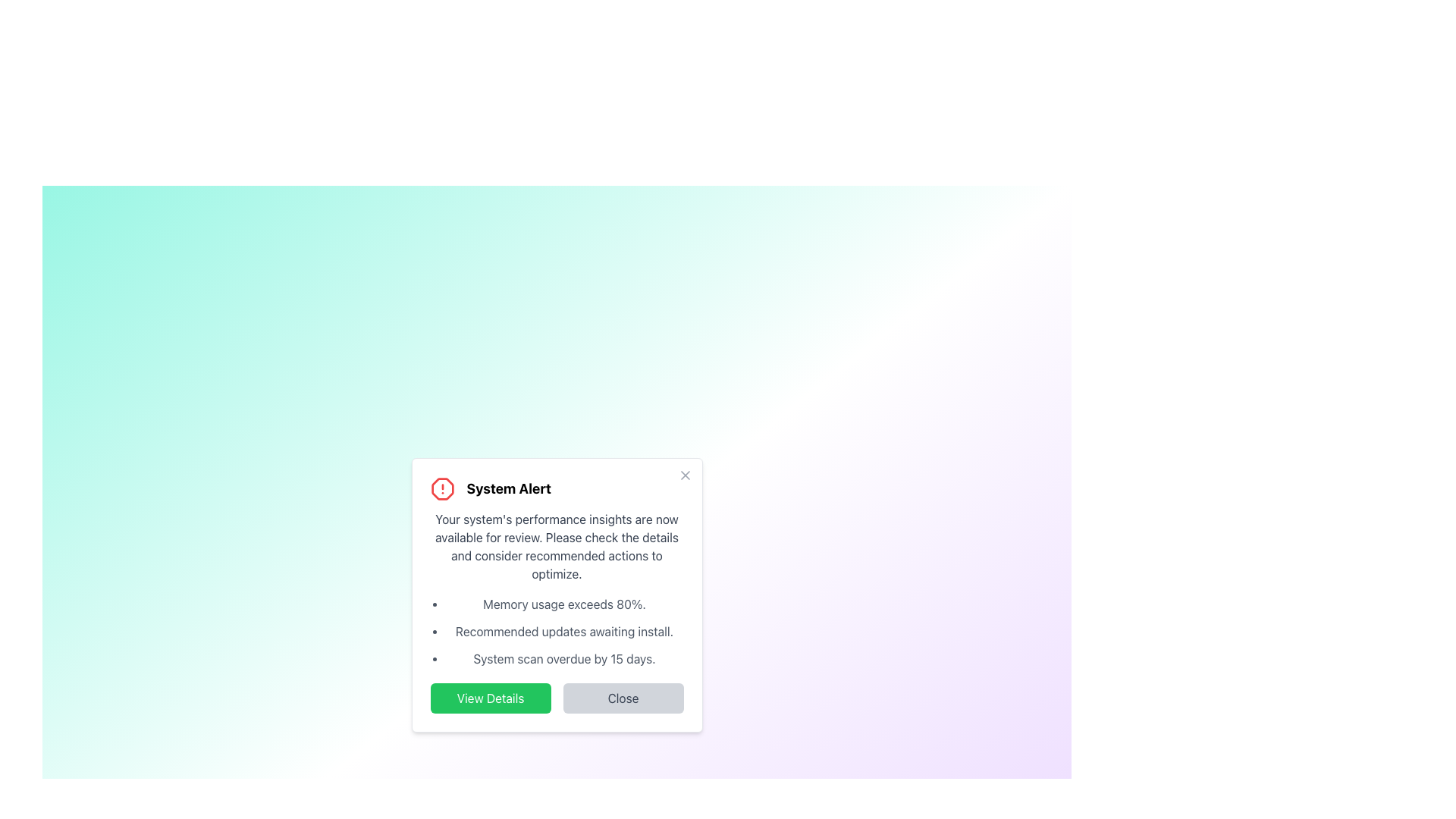  I want to click on the text element displaying 'Memory usage exceeds 80%.' which is the first item in the bulleted list under the 'System Alert' heading, so click(563, 604).